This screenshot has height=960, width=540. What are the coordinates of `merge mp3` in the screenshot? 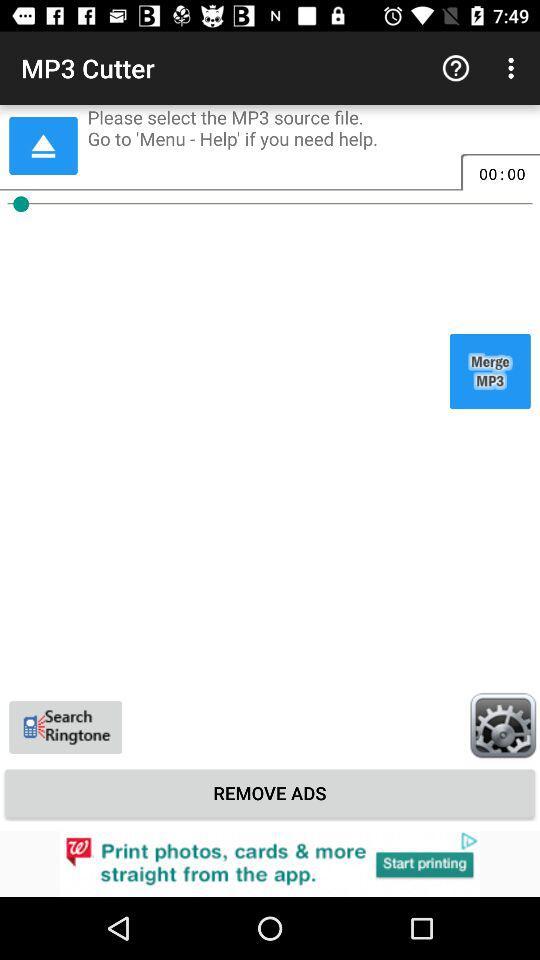 It's located at (489, 370).